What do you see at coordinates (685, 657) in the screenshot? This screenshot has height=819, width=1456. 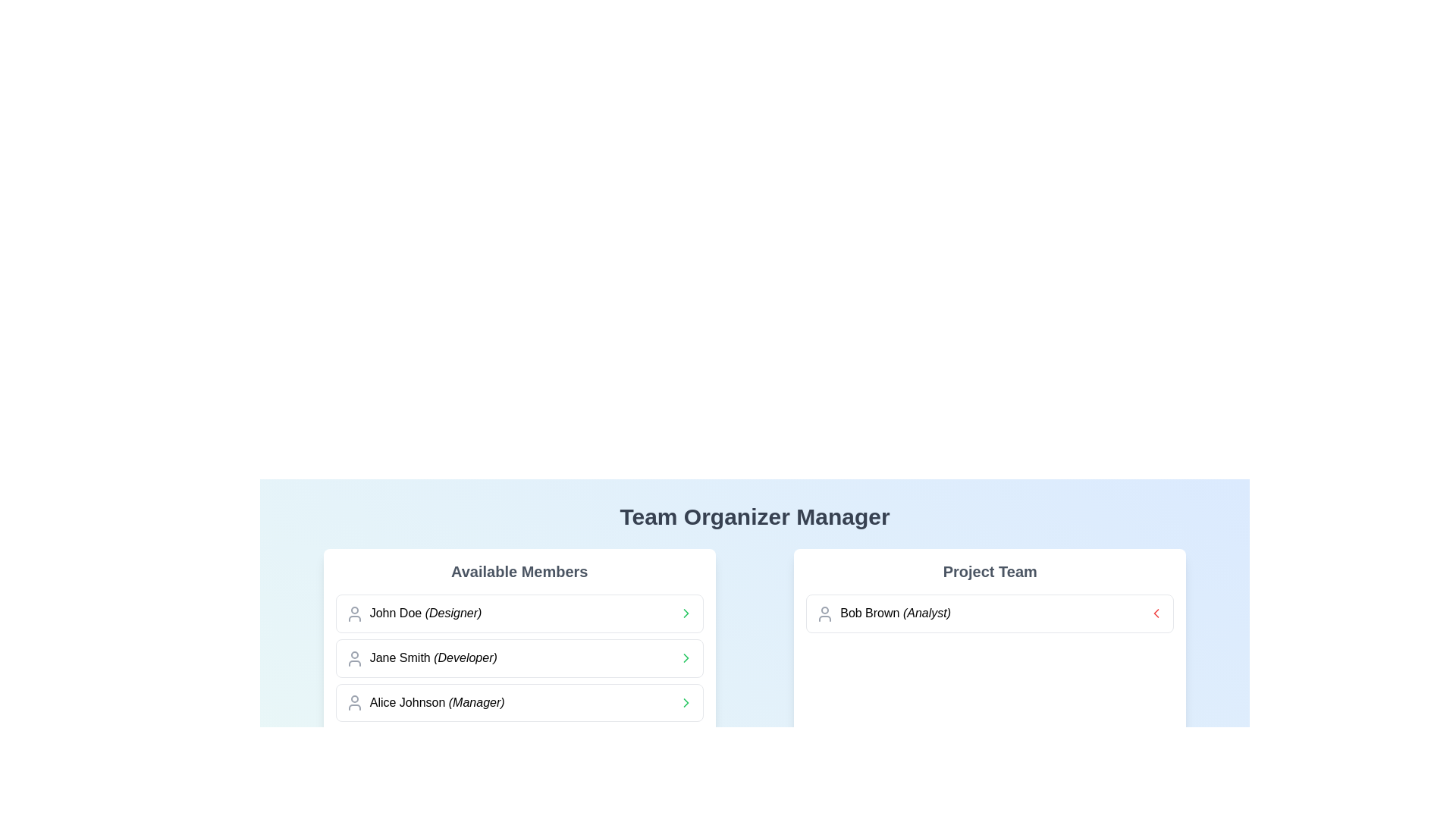 I see `the green right-pointing chevron icon at the rightmost side of the row for 'Jane Smith (Developer)'` at bounding box center [685, 657].